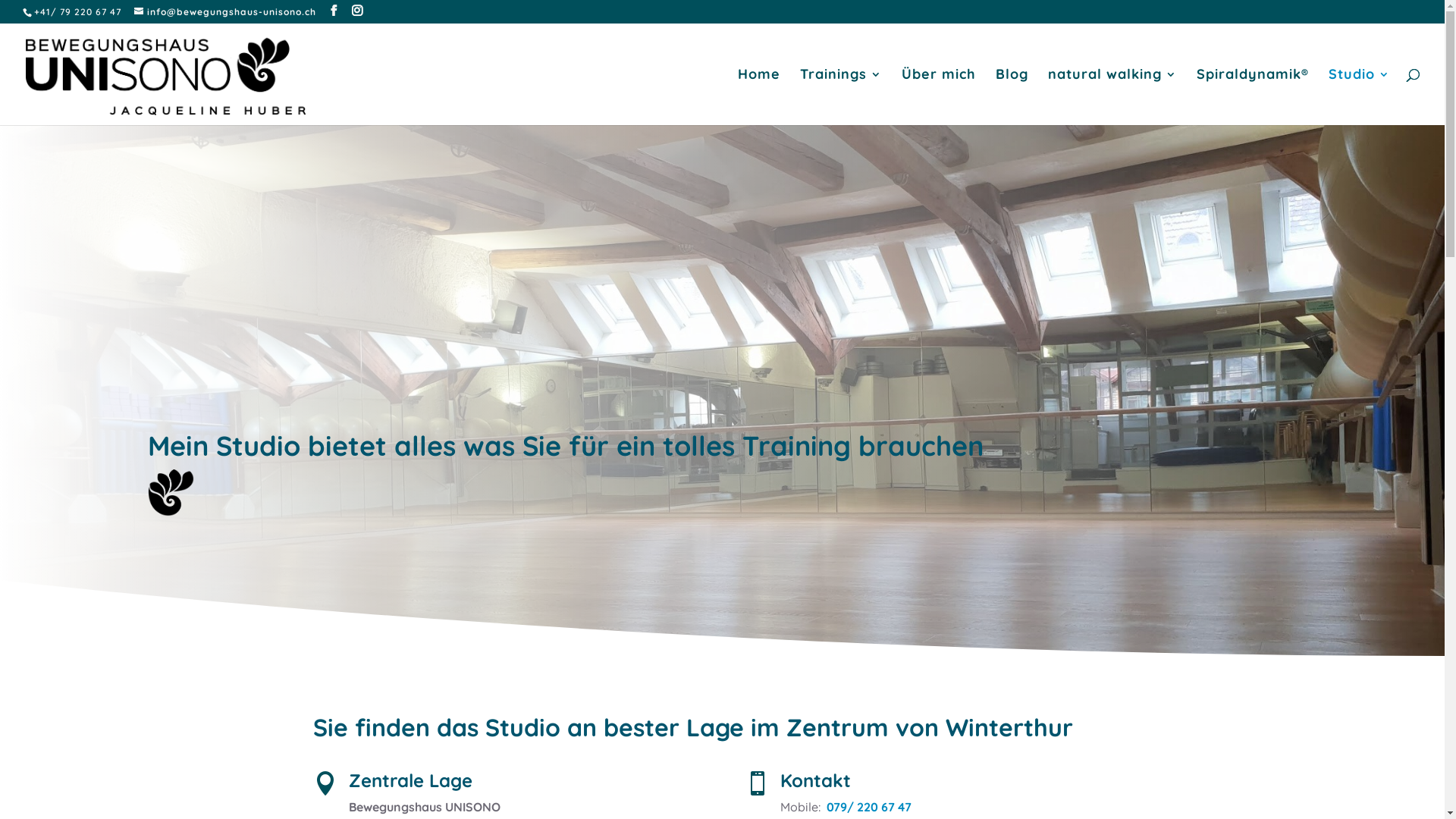  Describe the element at coordinates (738, 96) in the screenshot. I see `'Home'` at that location.